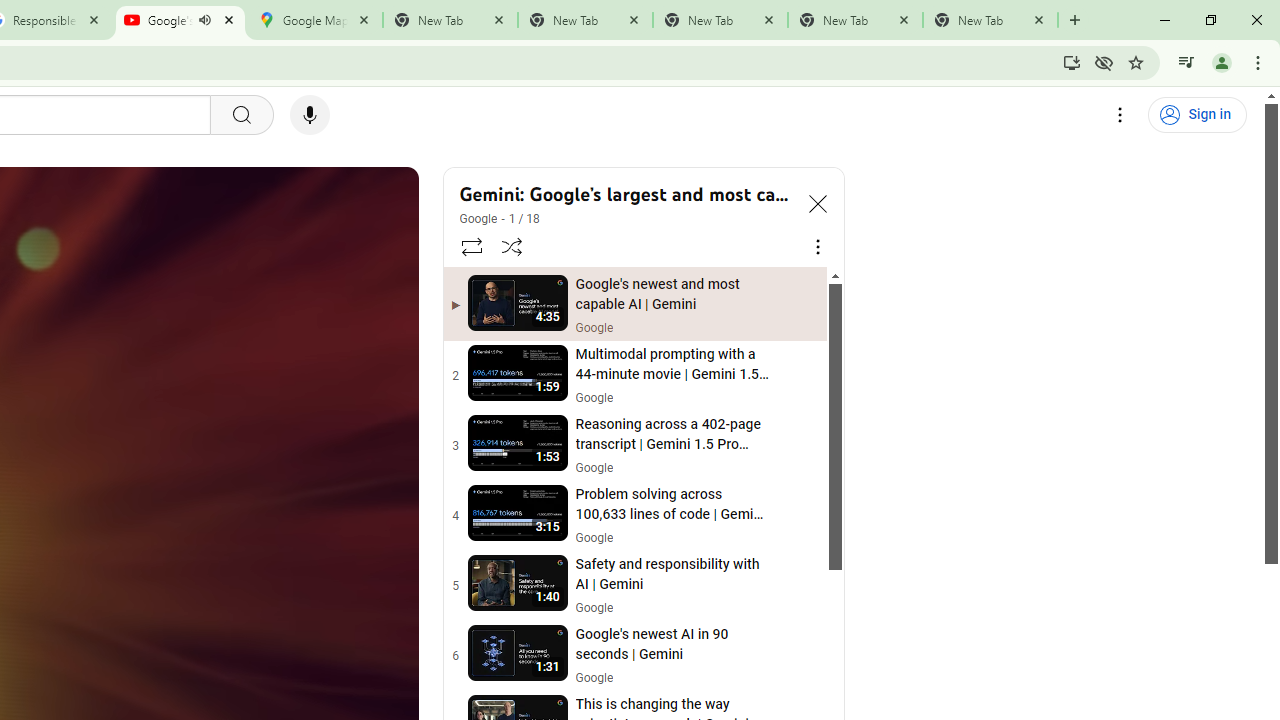  Describe the element at coordinates (990, 20) in the screenshot. I see `'New Tab'` at that location.